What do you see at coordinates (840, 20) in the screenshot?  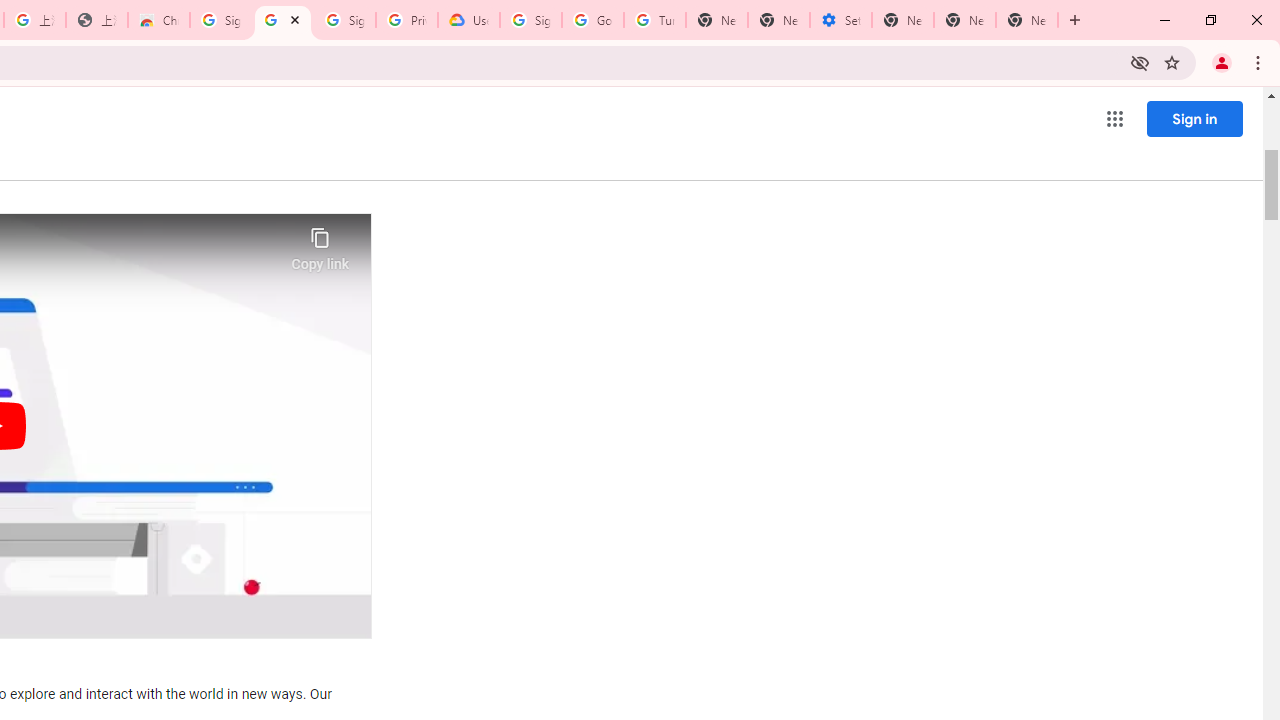 I see `'Settings - System'` at bounding box center [840, 20].